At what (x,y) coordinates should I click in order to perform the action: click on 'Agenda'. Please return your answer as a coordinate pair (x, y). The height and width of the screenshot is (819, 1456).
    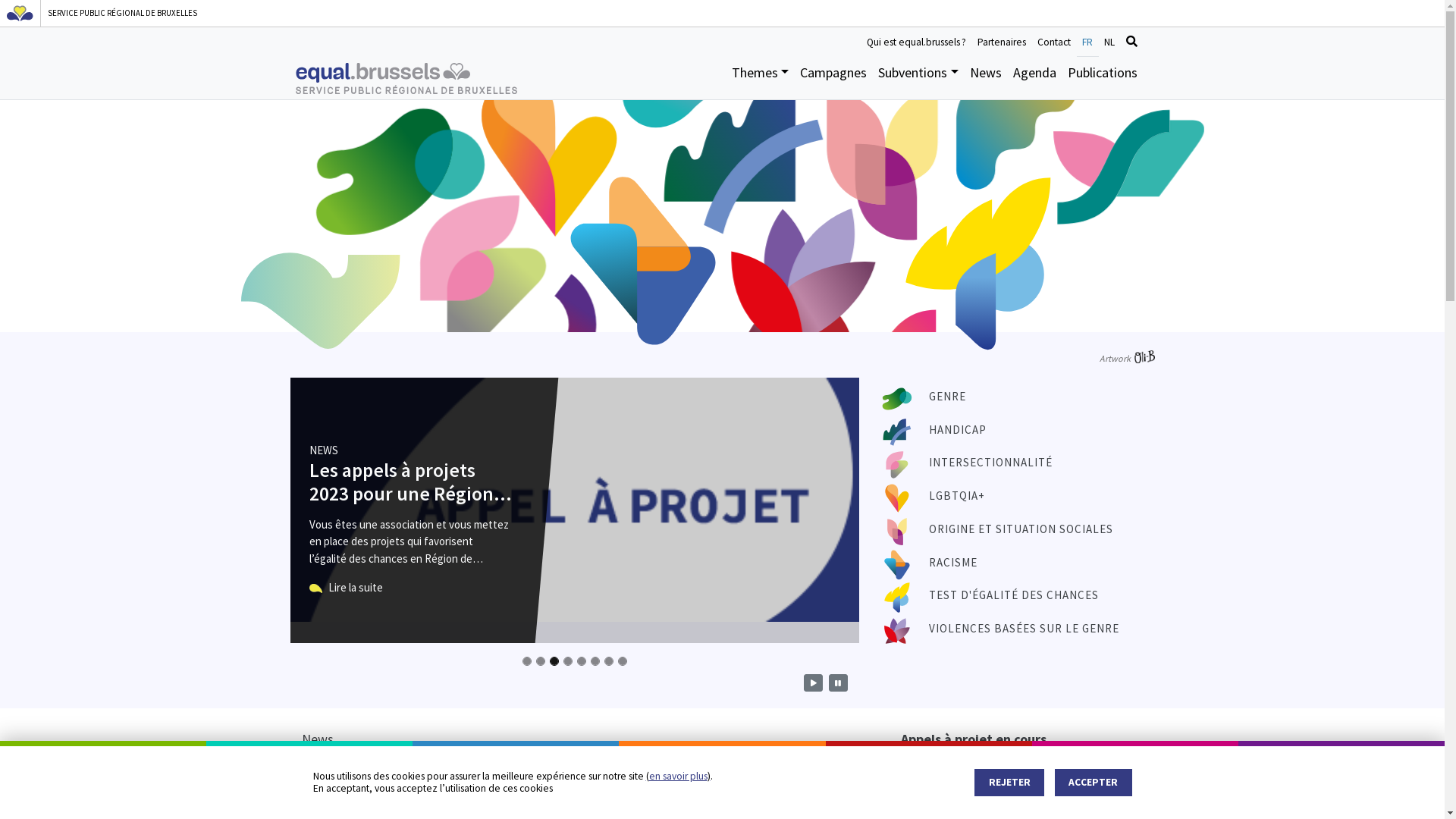
    Looking at the image, I should click on (1033, 77).